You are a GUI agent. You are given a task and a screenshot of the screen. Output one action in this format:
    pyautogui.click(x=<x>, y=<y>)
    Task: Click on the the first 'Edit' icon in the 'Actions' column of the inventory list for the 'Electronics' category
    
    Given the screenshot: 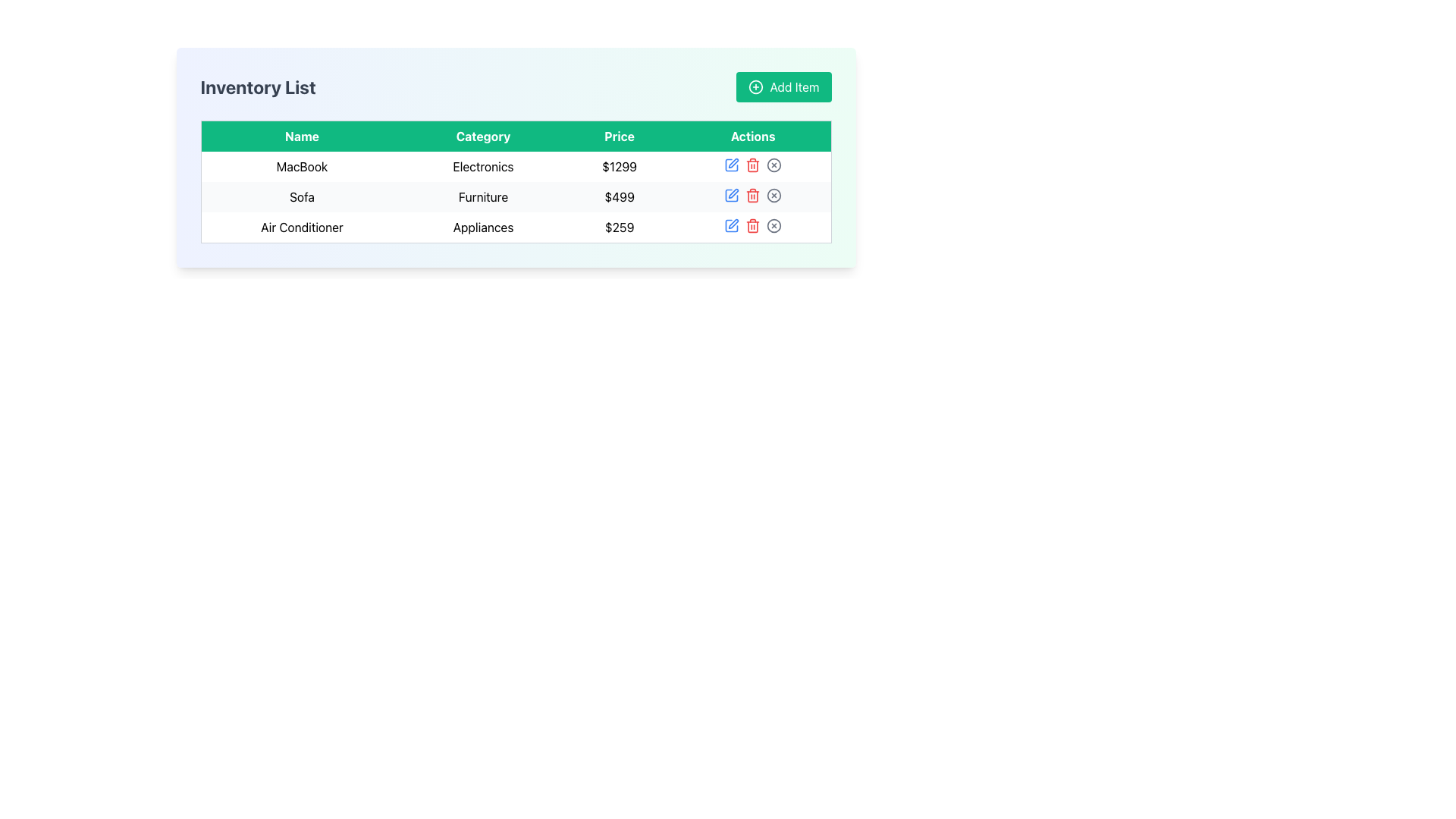 What is the action you would take?
    pyautogui.click(x=733, y=163)
    